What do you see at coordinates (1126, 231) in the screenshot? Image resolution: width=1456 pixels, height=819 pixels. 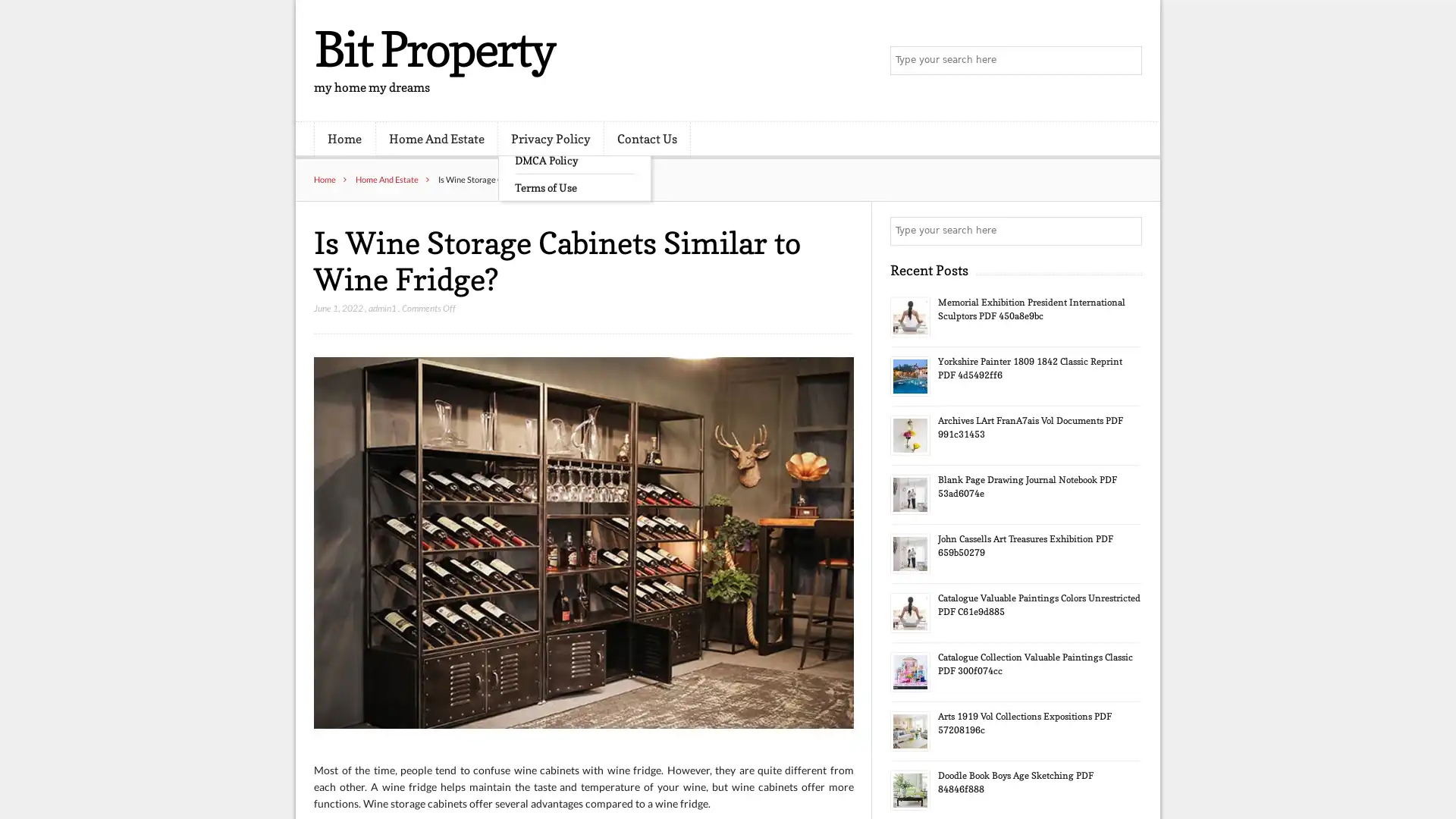 I see `Search` at bounding box center [1126, 231].